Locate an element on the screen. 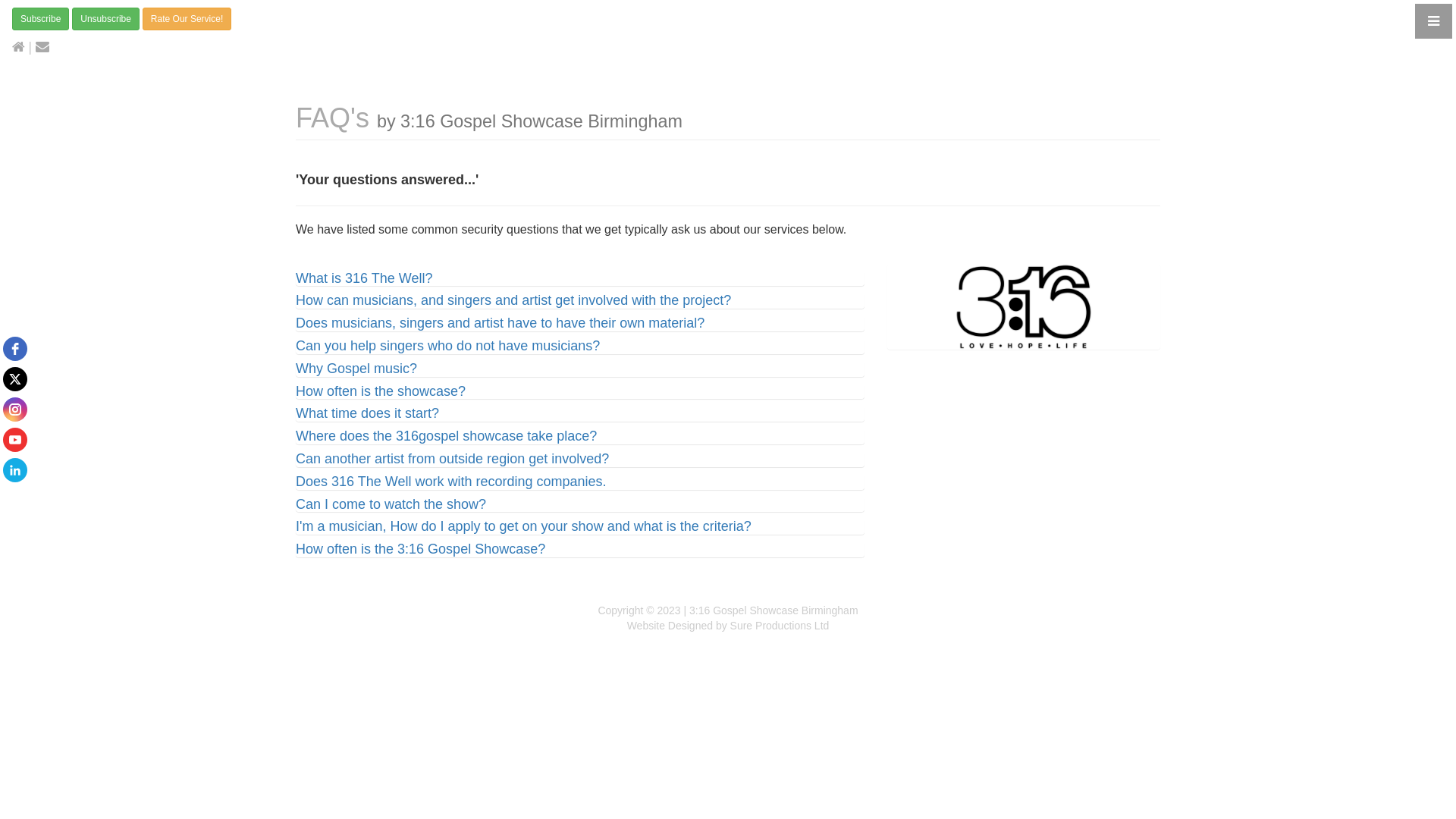  'How often is the showcase?' is located at coordinates (381, 391).